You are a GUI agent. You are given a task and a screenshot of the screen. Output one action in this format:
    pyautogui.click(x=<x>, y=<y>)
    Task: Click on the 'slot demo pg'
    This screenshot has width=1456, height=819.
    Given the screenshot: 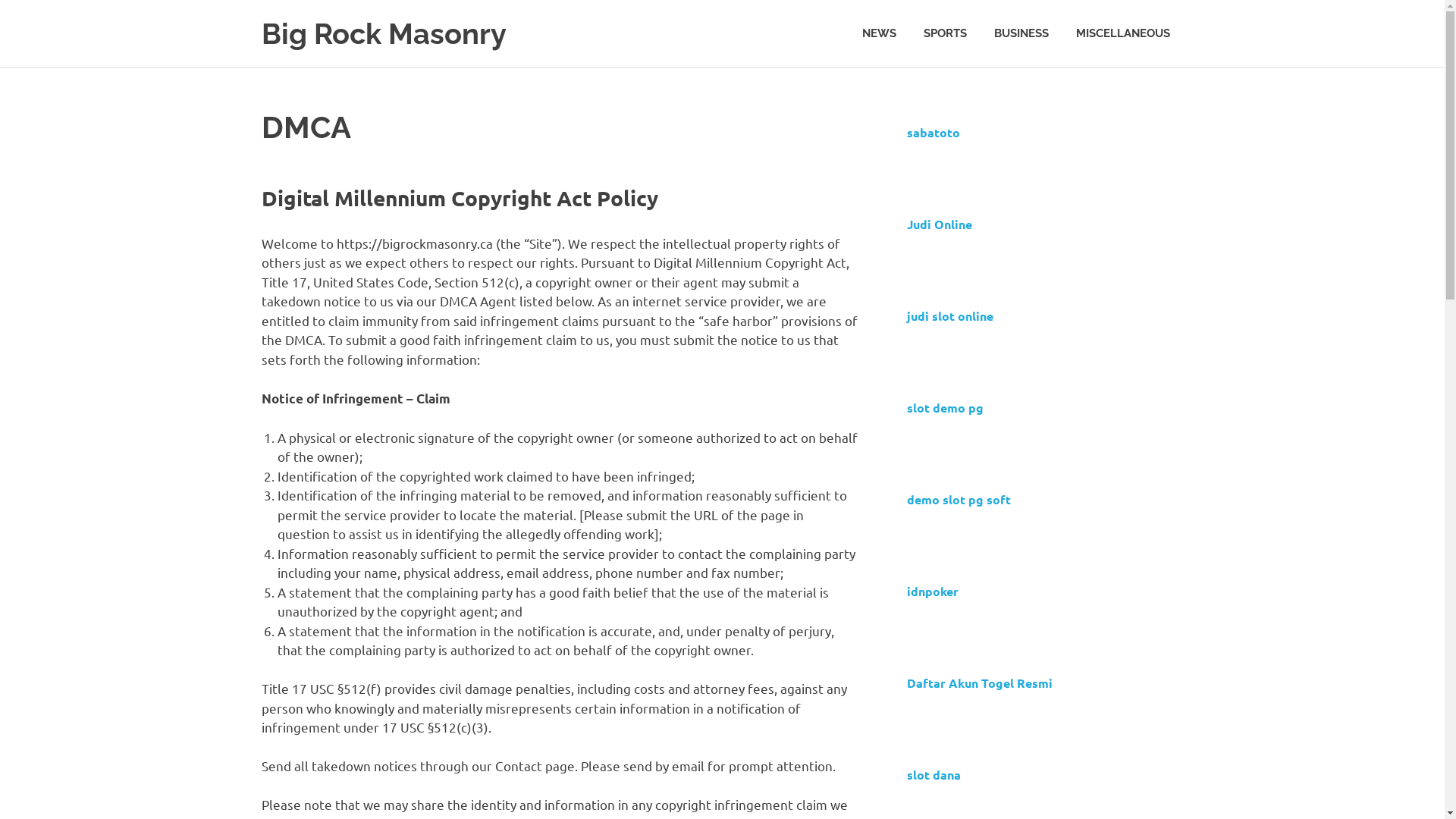 What is the action you would take?
    pyautogui.click(x=944, y=406)
    